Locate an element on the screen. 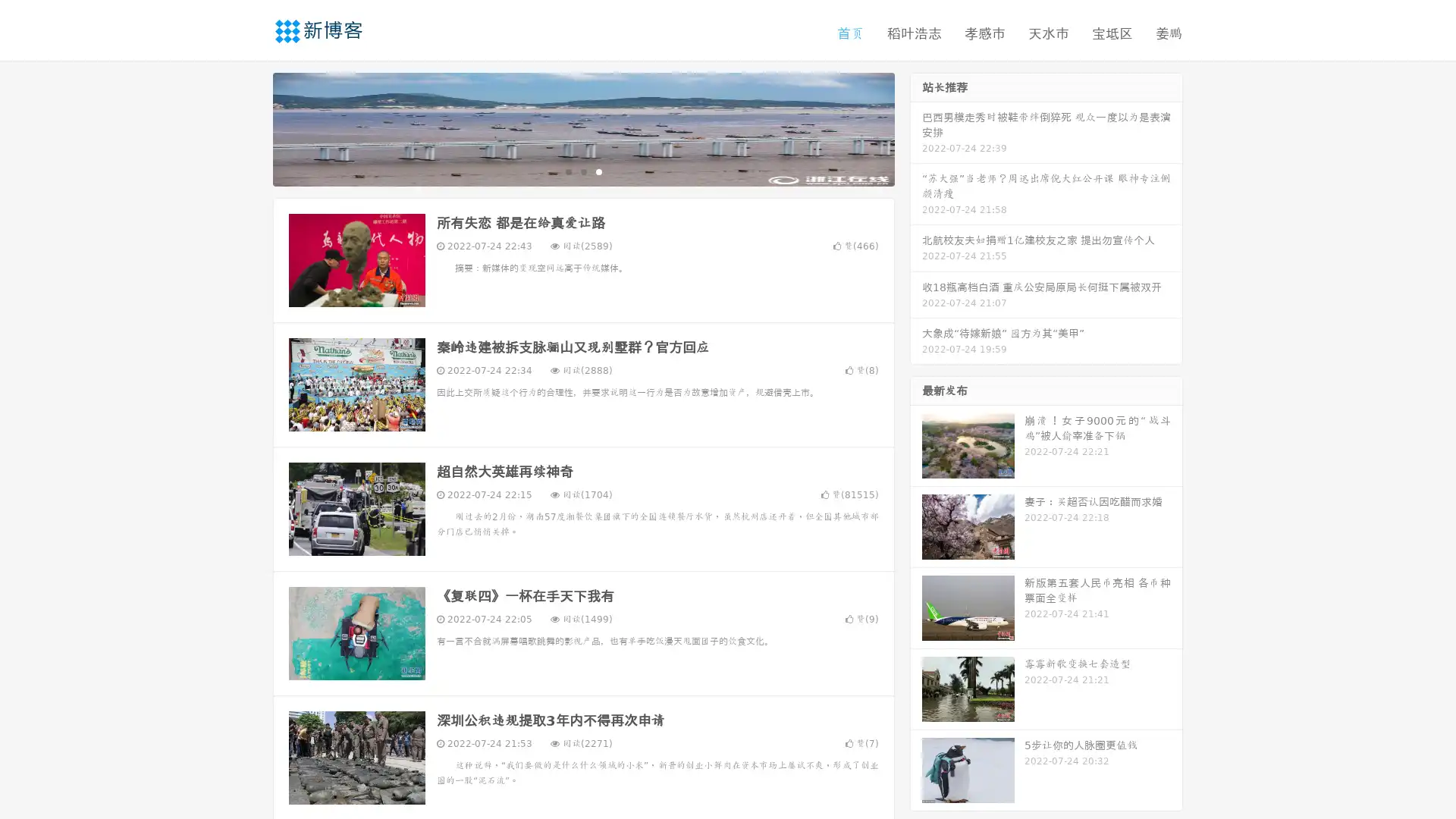  Previous slide is located at coordinates (250, 127).